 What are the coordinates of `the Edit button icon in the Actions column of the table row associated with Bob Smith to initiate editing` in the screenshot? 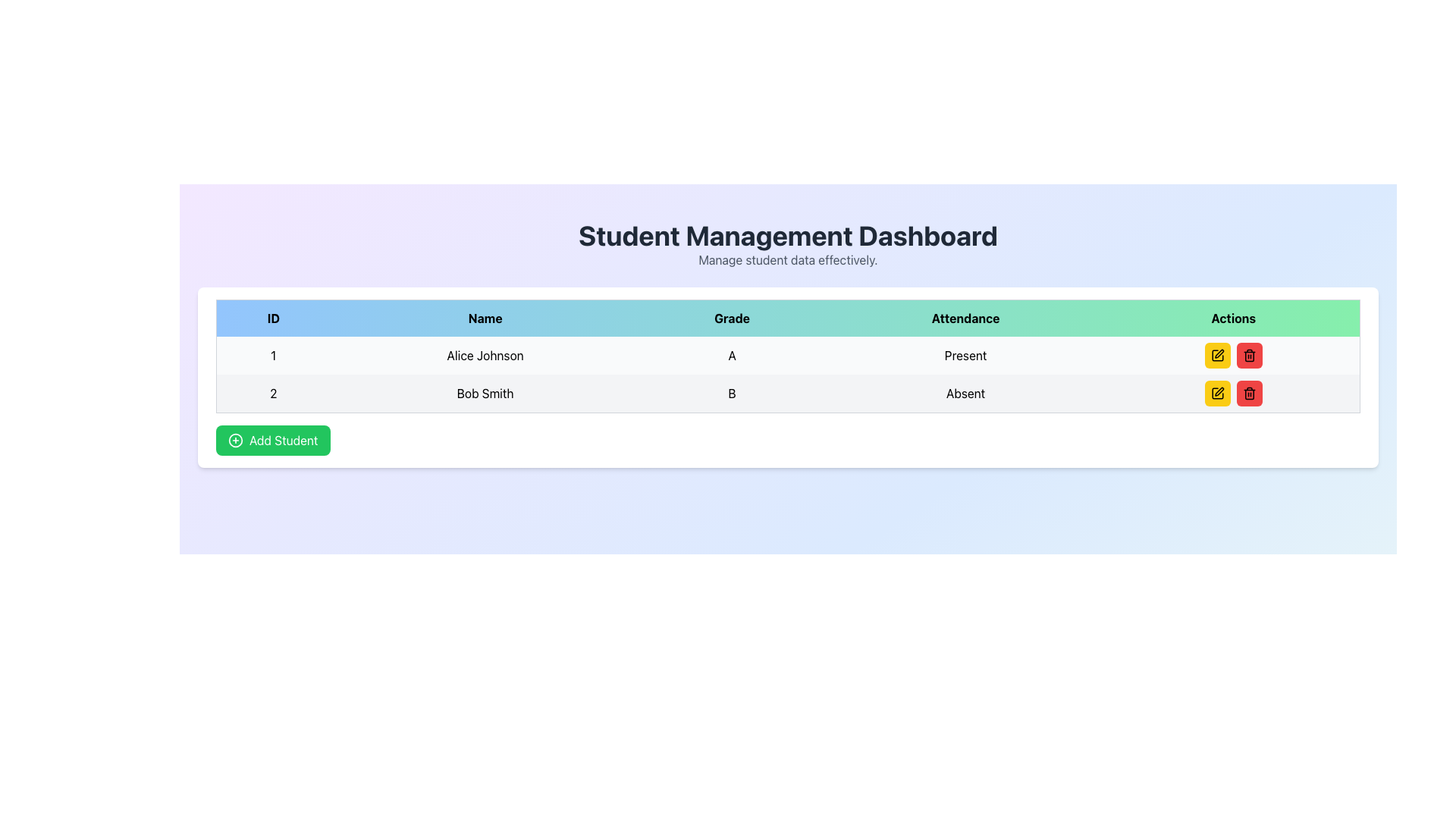 It's located at (1219, 353).